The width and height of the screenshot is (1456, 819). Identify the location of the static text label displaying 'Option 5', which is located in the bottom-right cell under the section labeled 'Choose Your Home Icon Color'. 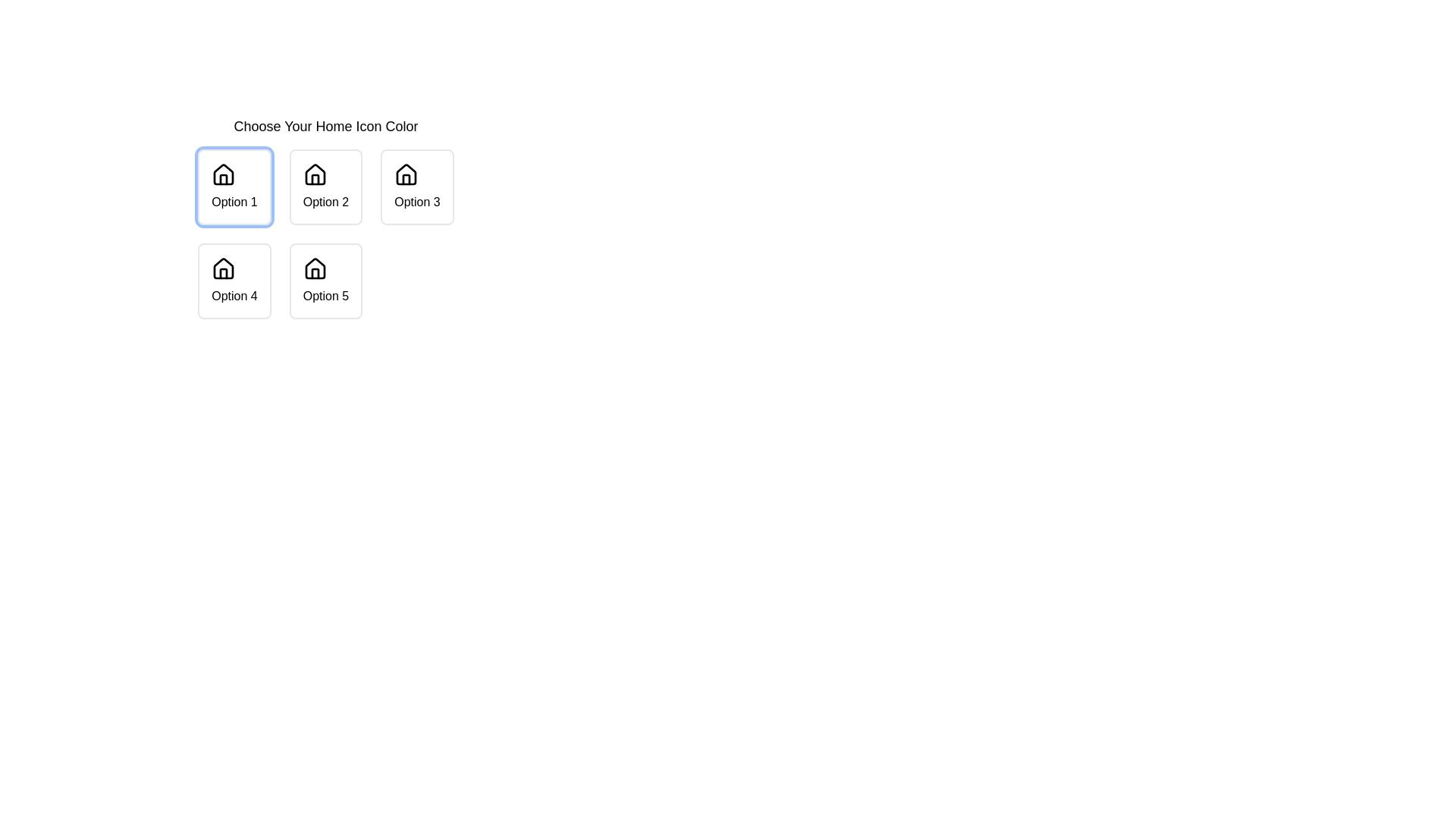
(325, 296).